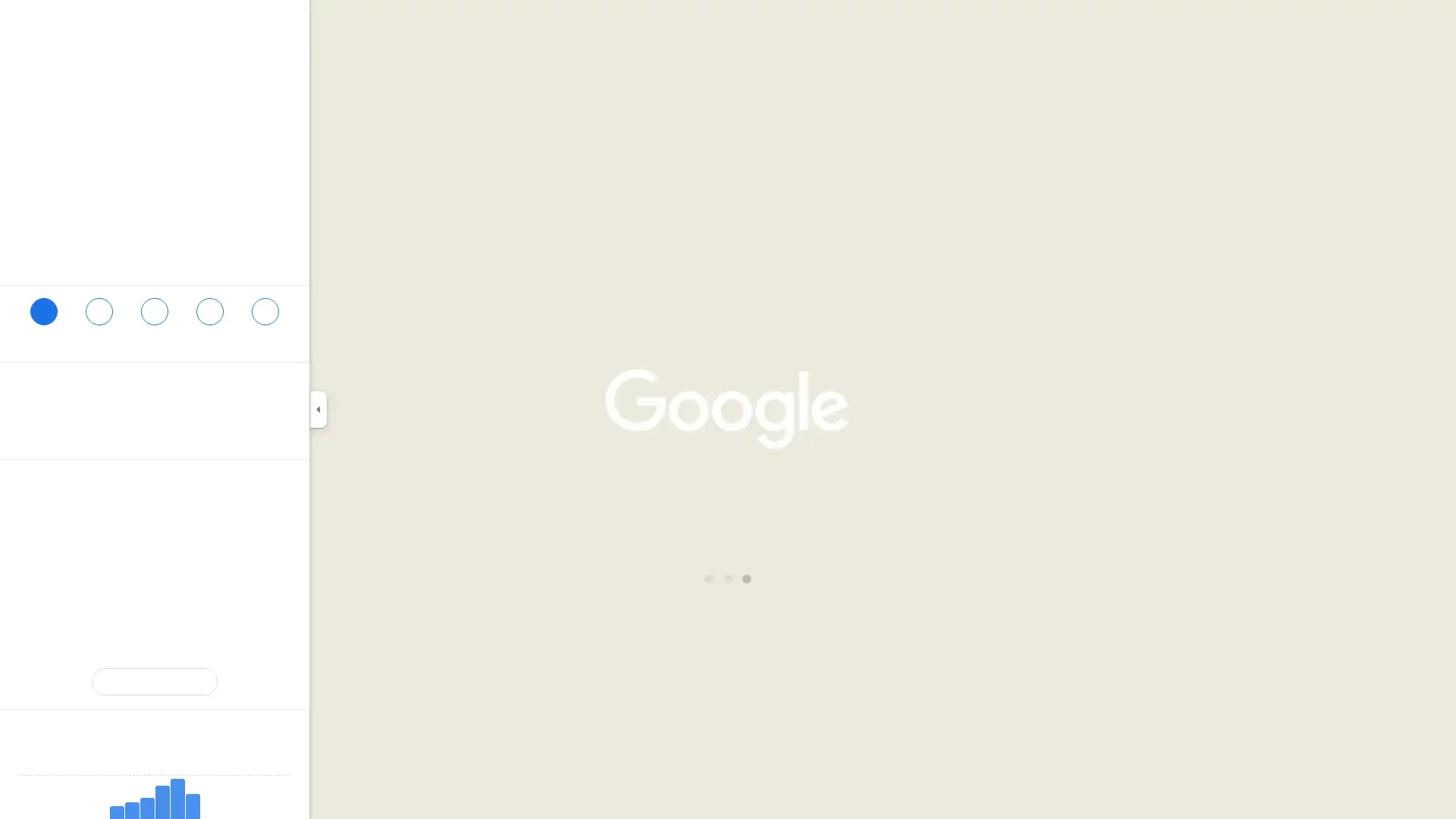  What do you see at coordinates (265, 317) in the screenshot?
I see `Share Every Thing Goes Book Cafe and Neighborhood Stage` at bounding box center [265, 317].